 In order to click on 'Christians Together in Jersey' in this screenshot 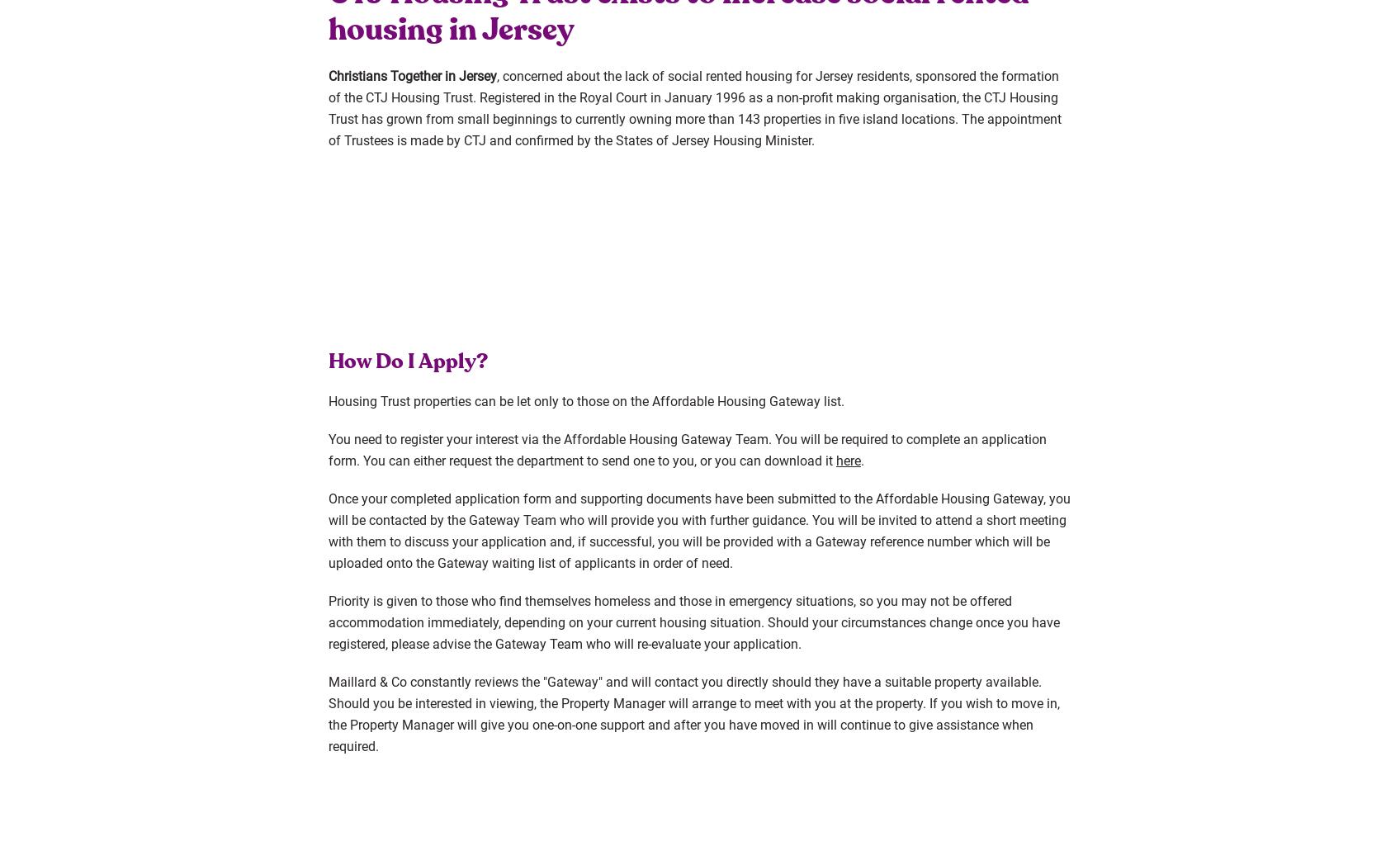, I will do `click(328, 74)`.